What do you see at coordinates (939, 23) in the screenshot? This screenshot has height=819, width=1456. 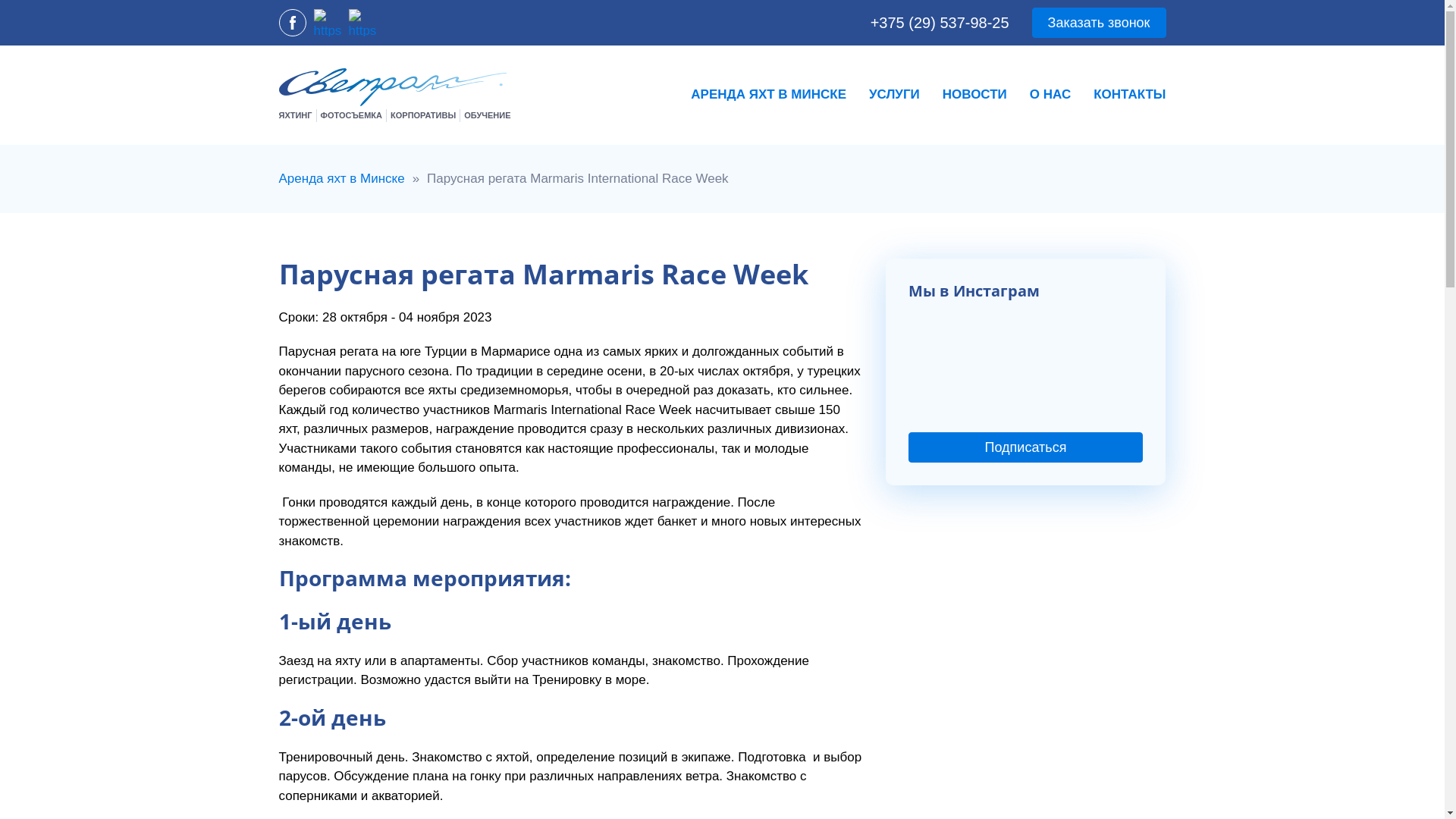 I see `'+375 (29) 537-98-25'` at bounding box center [939, 23].